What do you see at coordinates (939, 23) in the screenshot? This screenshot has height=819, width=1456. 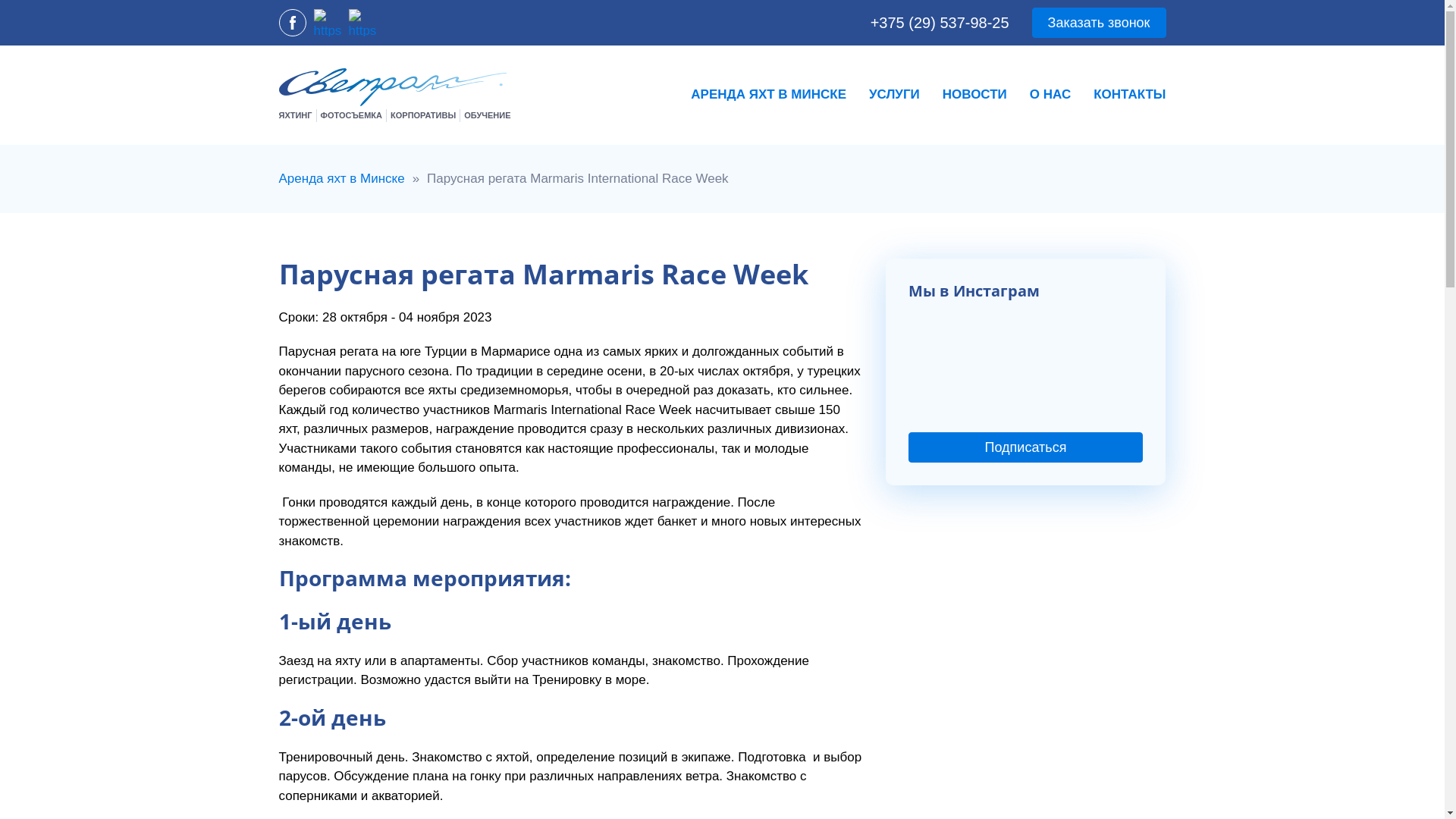 I see `'+375 (29) 537-98-25'` at bounding box center [939, 23].